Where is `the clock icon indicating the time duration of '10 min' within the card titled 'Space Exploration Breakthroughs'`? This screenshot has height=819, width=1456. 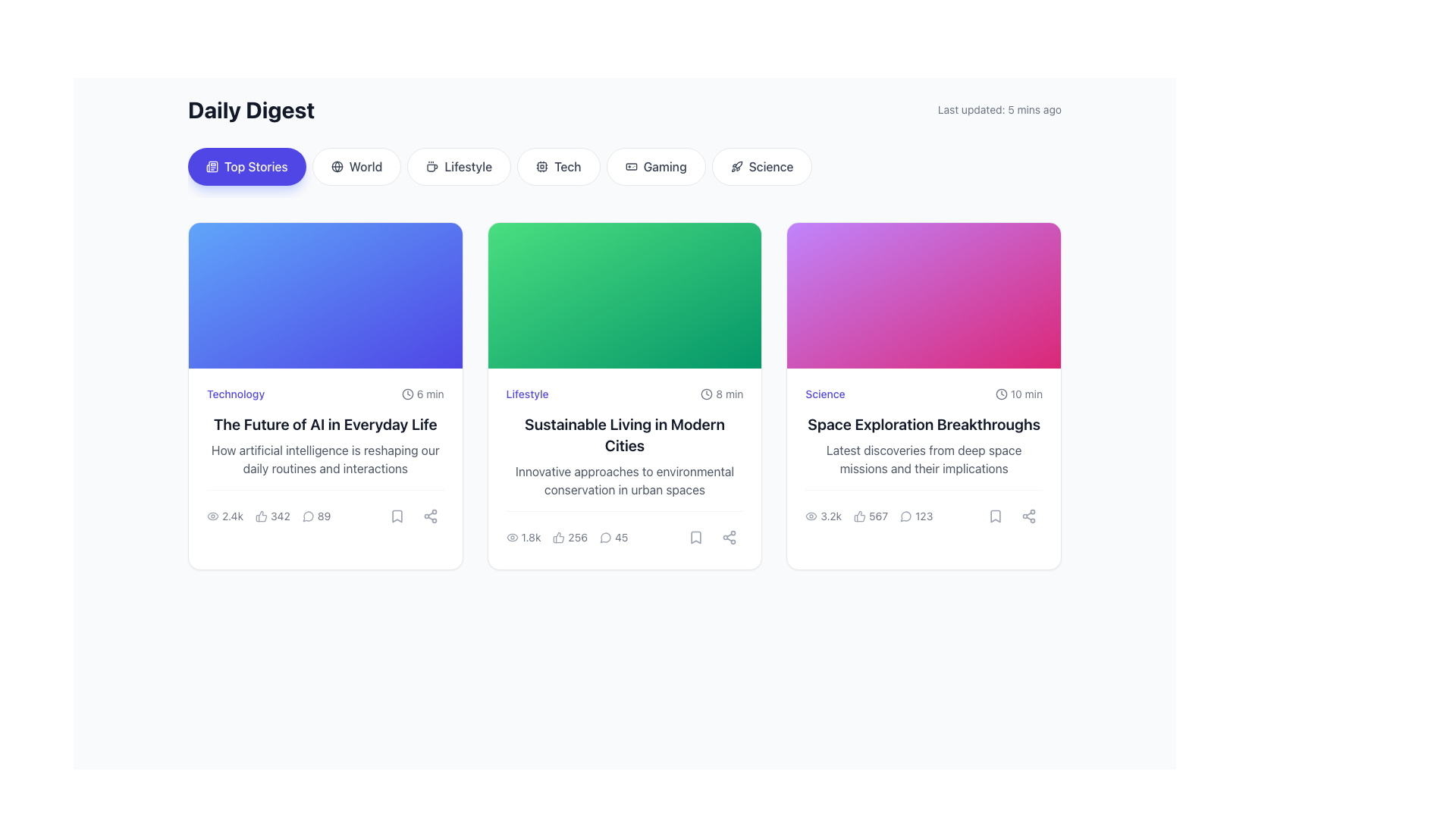
the clock icon indicating the time duration of '10 min' within the card titled 'Space Exploration Breakthroughs' is located at coordinates (1001, 394).